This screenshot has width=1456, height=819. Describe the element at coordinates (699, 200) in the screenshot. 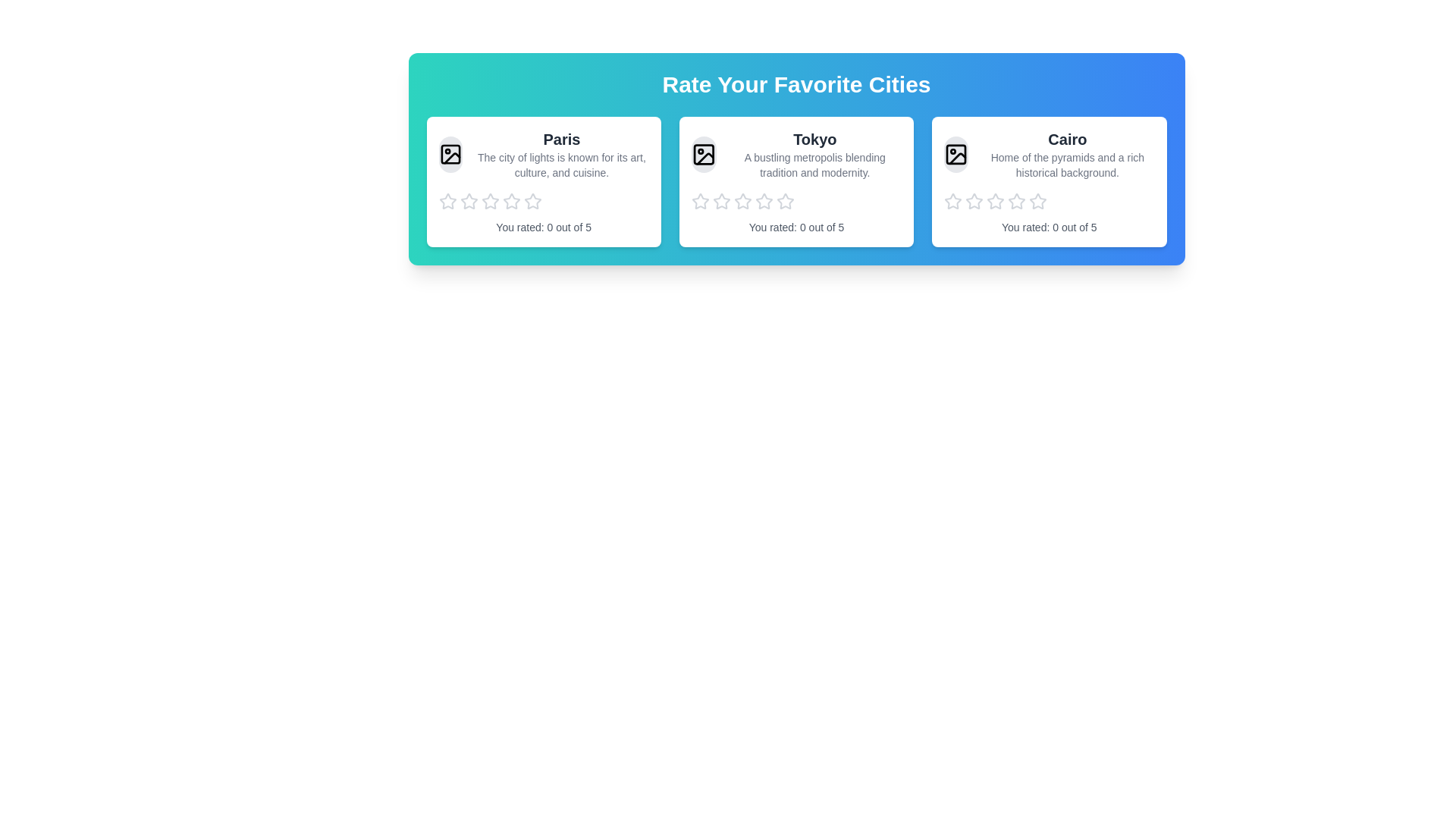

I see `the first star in the 5-star rating system under the 'Tokyo' city rating card` at that location.